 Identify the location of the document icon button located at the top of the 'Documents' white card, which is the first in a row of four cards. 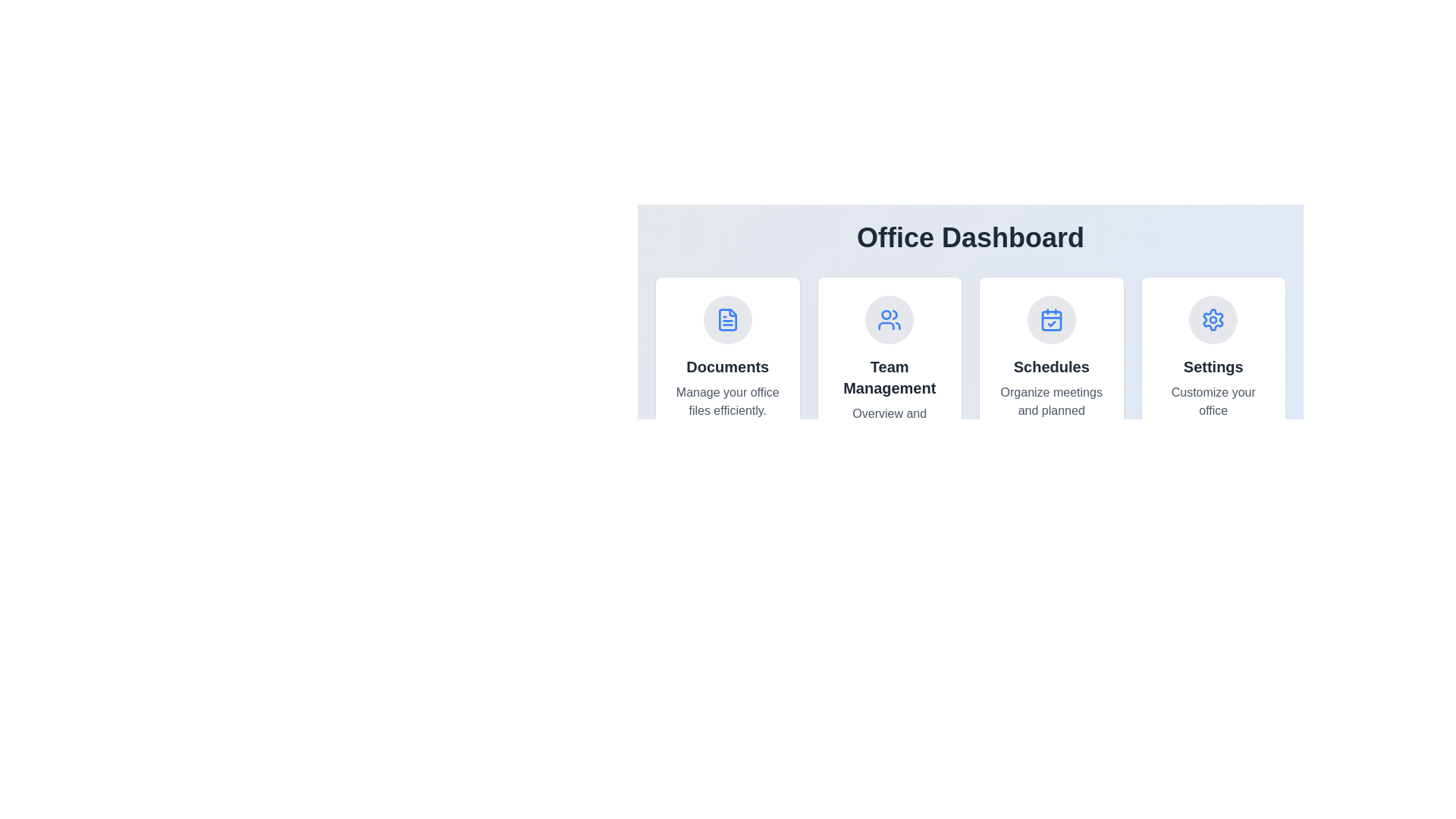
(726, 318).